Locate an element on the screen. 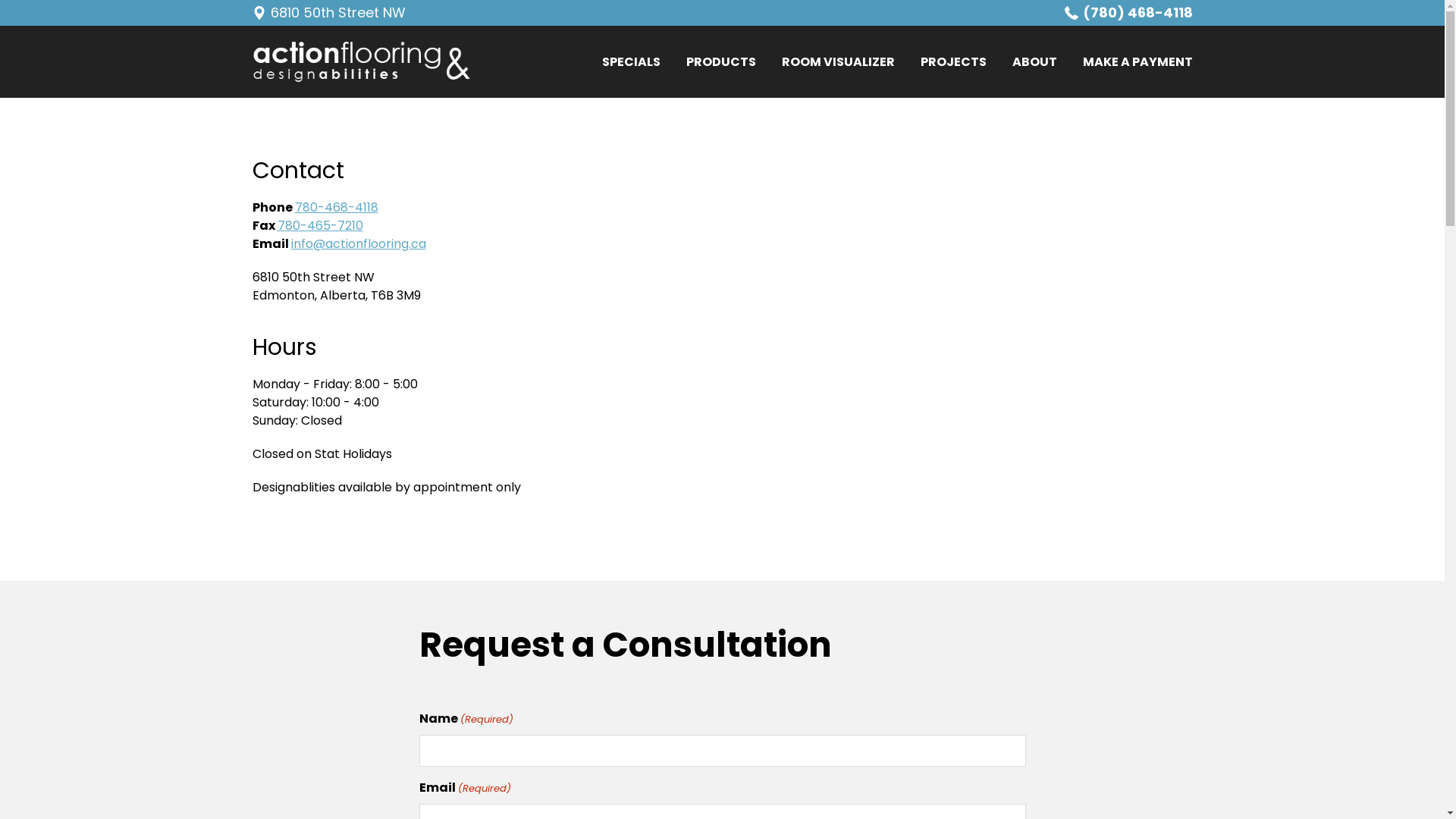 The height and width of the screenshot is (819, 1456). 'ABOUT' is located at coordinates (1033, 61).